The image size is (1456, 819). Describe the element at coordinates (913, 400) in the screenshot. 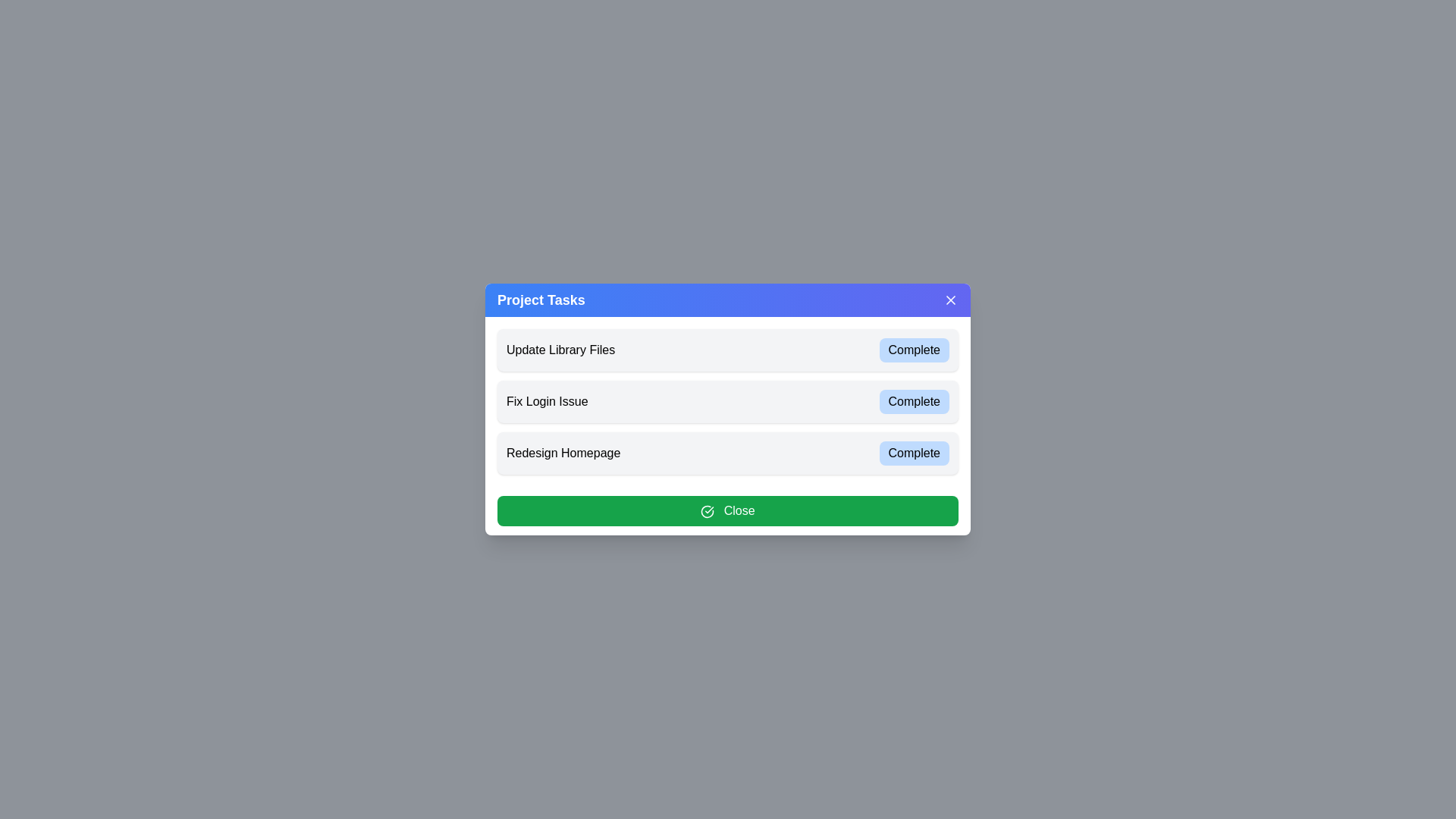

I see `the 'Complete' button aligned to the right of the 'Fix Login Issue' task to mark it as completed` at that location.